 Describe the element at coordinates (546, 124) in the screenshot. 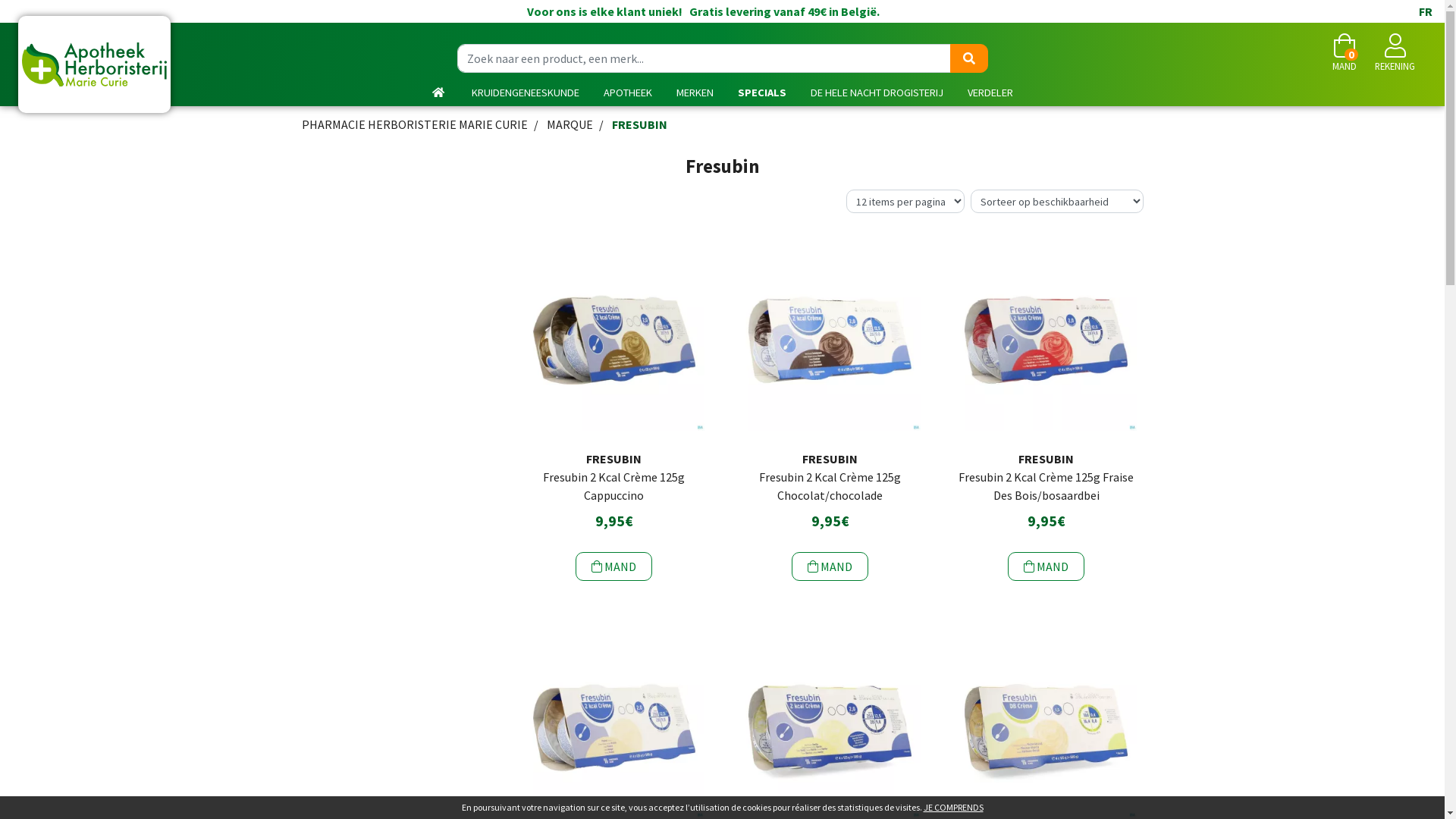

I see `'MARQUE'` at that location.